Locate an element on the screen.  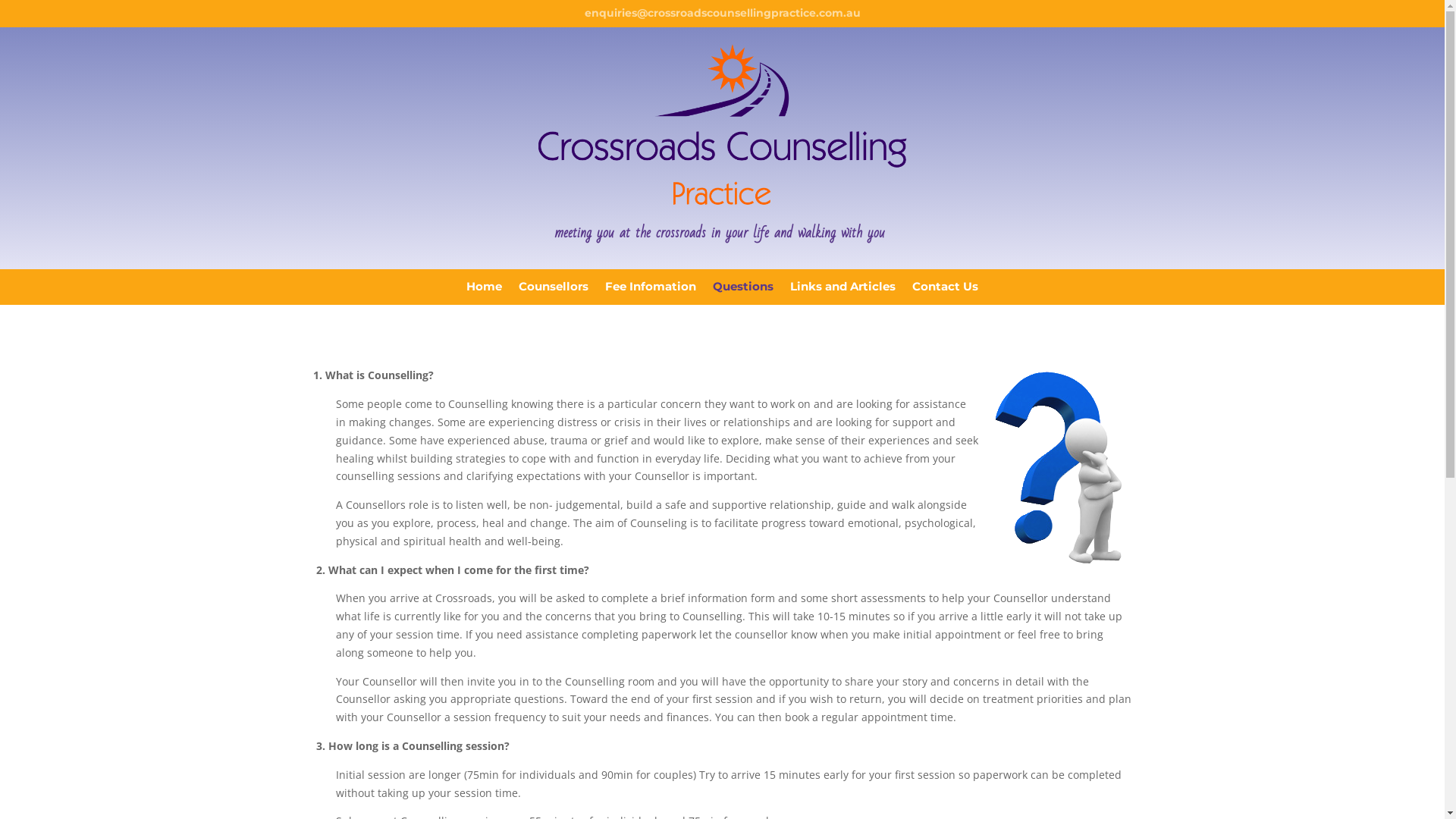
'Questions' is located at coordinates (742, 289).